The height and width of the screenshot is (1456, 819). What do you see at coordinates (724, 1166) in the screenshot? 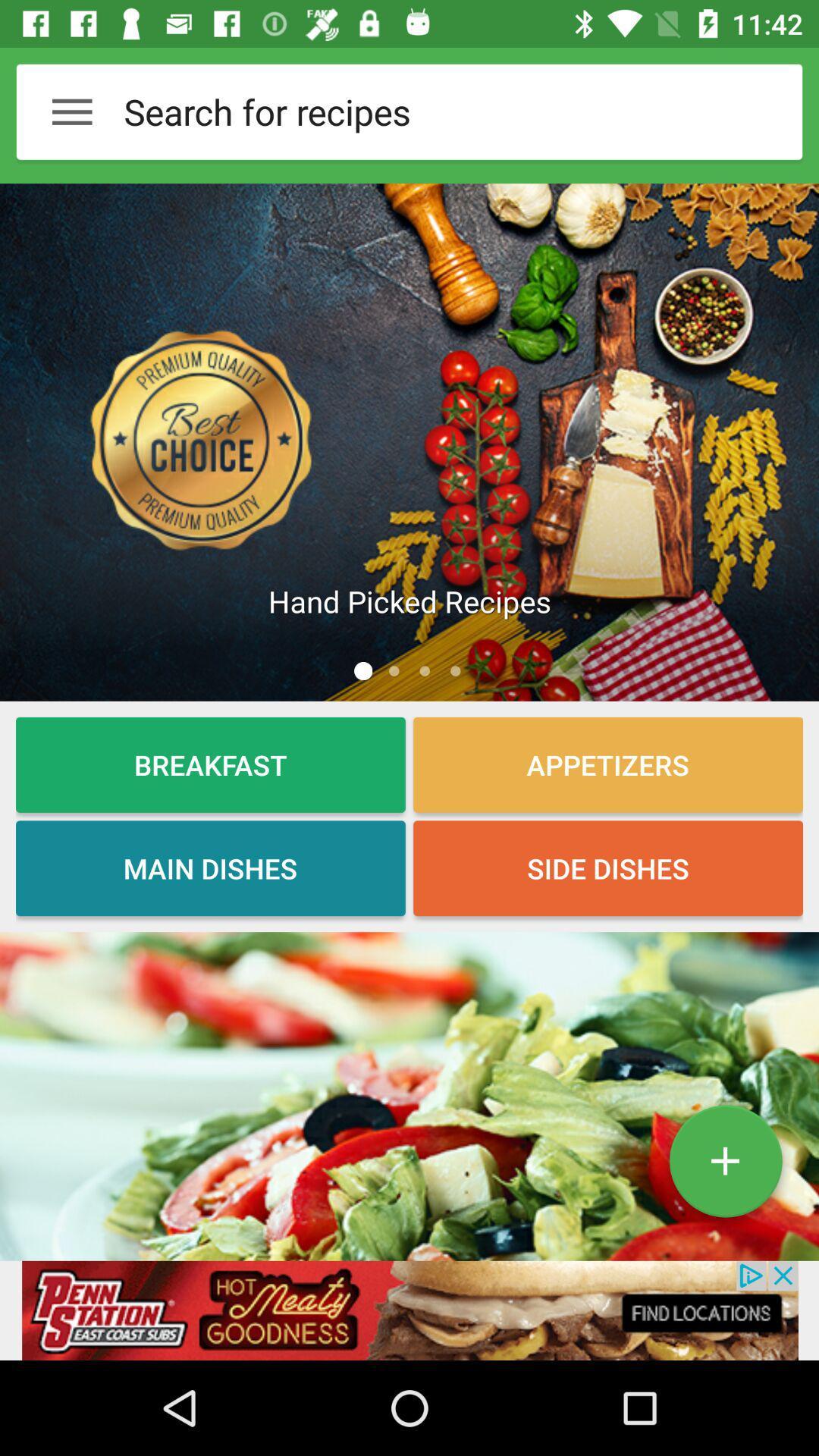
I see `the add icon` at bounding box center [724, 1166].